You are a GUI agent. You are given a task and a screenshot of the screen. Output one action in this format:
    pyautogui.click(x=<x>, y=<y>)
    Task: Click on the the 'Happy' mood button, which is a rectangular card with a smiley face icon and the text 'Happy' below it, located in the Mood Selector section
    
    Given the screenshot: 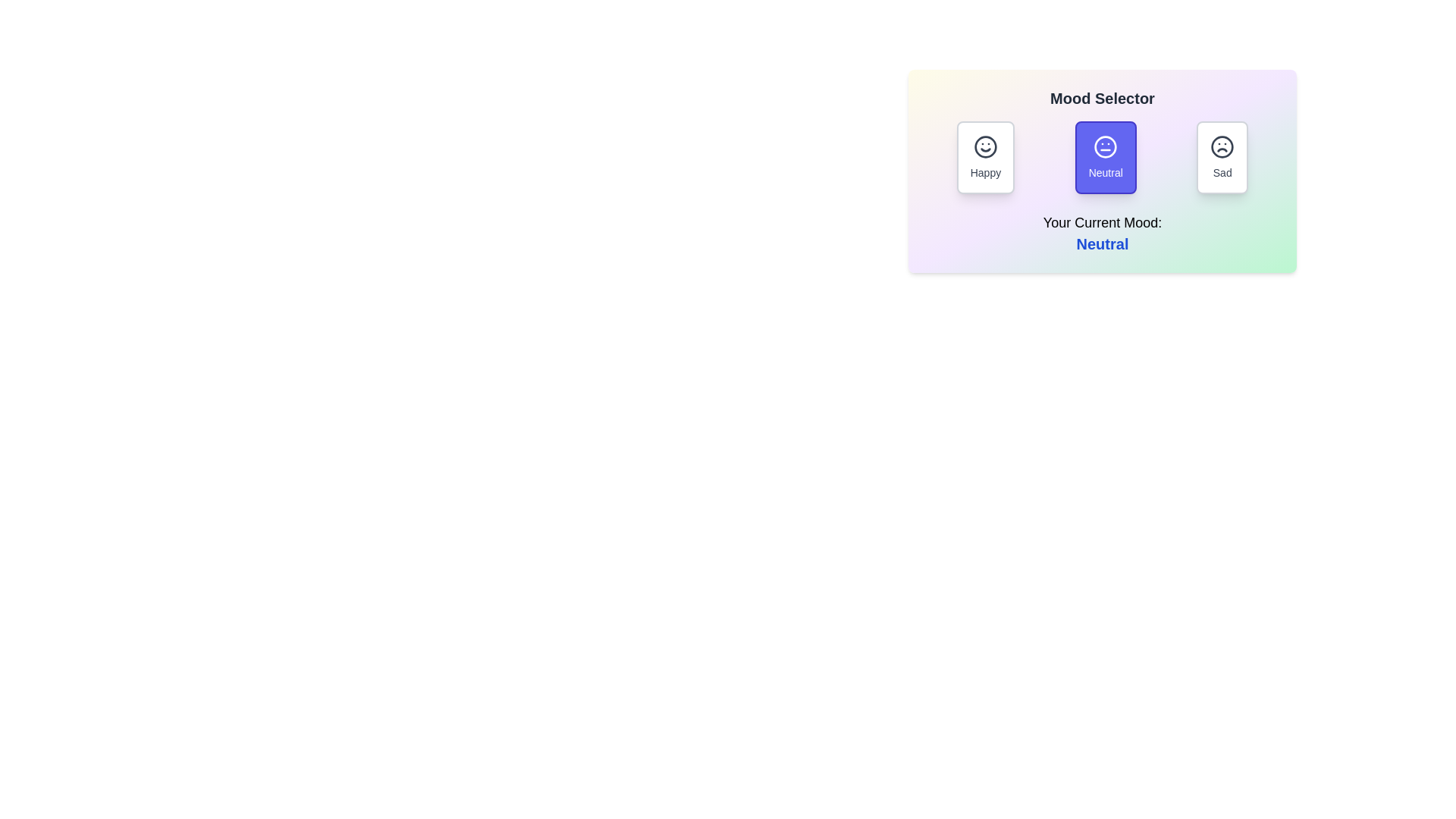 What is the action you would take?
    pyautogui.click(x=986, y=158)
    